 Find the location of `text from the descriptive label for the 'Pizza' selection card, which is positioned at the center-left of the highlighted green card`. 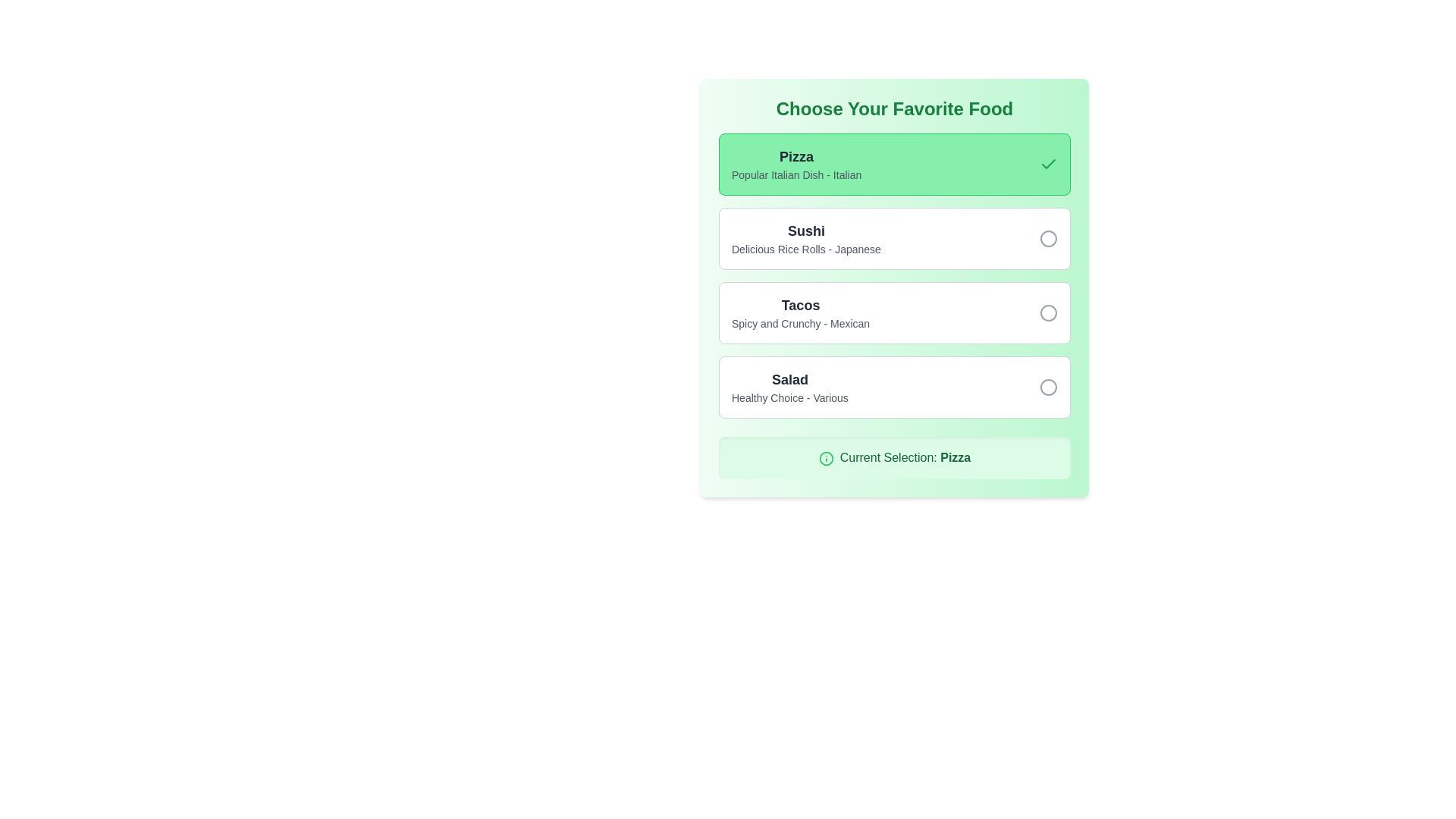

text from the descriptive label for the 'Pizza' selection card, which is positioned at the center-left of the highlighted green card is located at coordinates (795, 164).